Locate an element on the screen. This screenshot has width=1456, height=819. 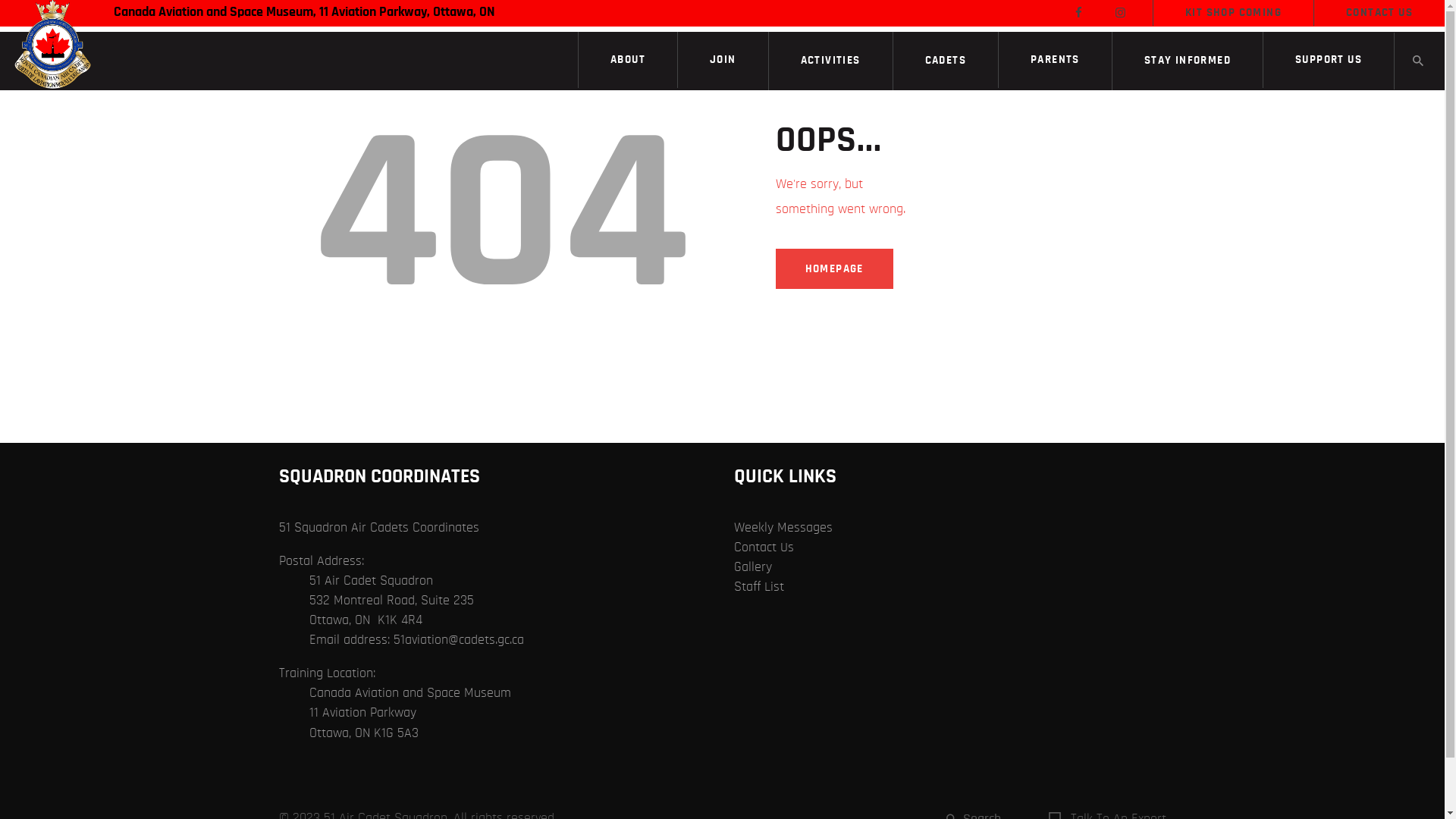
'HOMEPAGE' is located at coordinates (775, 268).